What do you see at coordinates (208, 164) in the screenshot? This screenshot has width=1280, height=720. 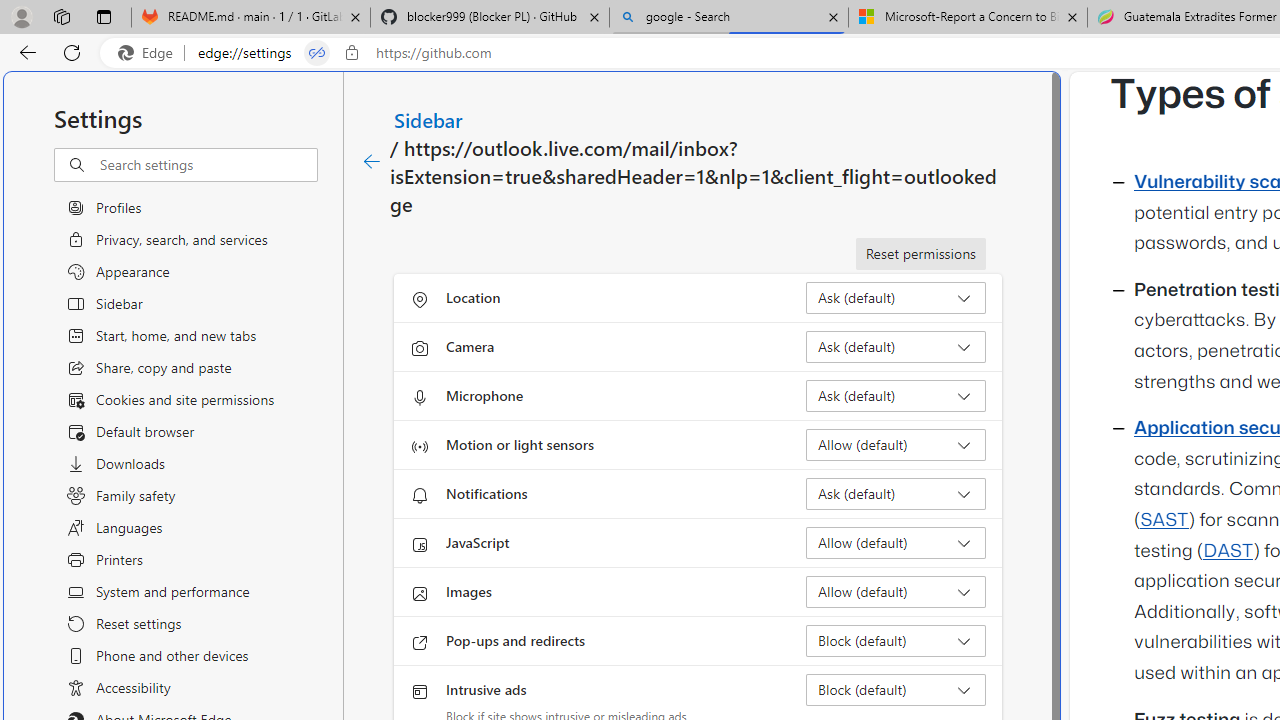 I see `'Search settings'` at bounding box center [208, 164].